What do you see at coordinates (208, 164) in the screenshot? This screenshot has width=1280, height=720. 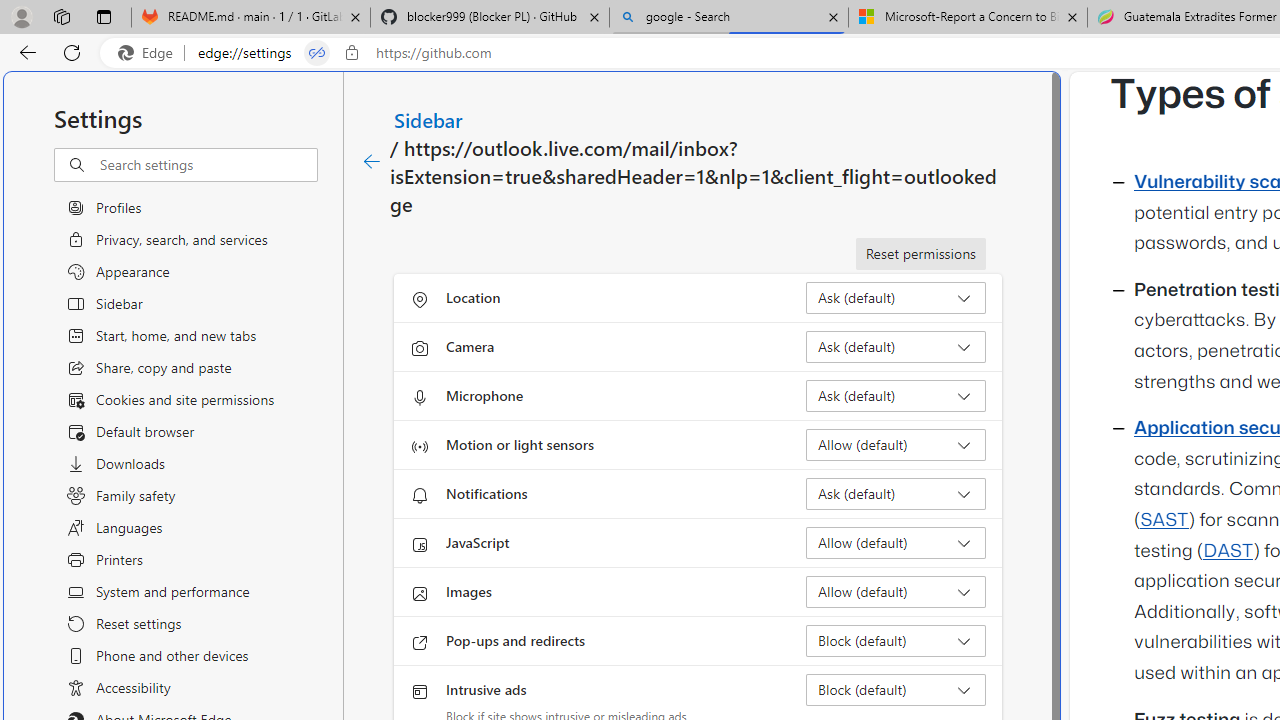 I see `'Search settings'` at bounding box center [208, 164].